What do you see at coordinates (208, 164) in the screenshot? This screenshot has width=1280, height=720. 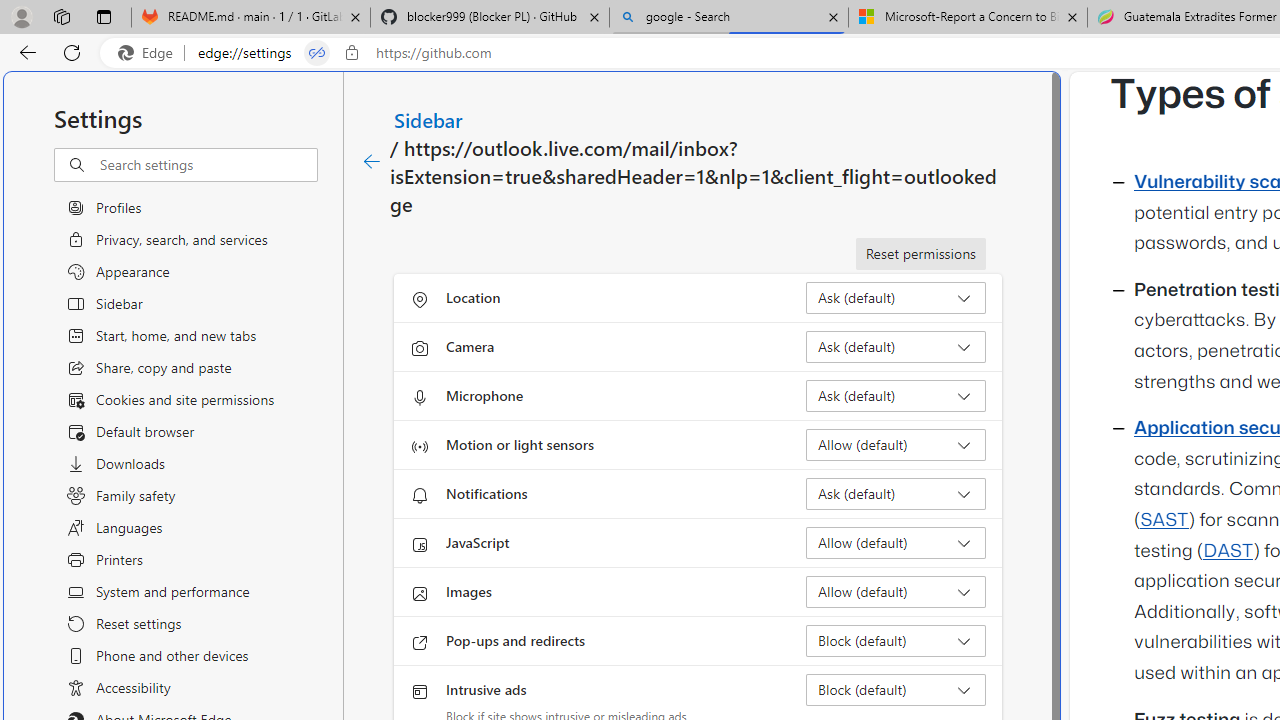 I see `'Search settings'` at bounding box center [208, 164].